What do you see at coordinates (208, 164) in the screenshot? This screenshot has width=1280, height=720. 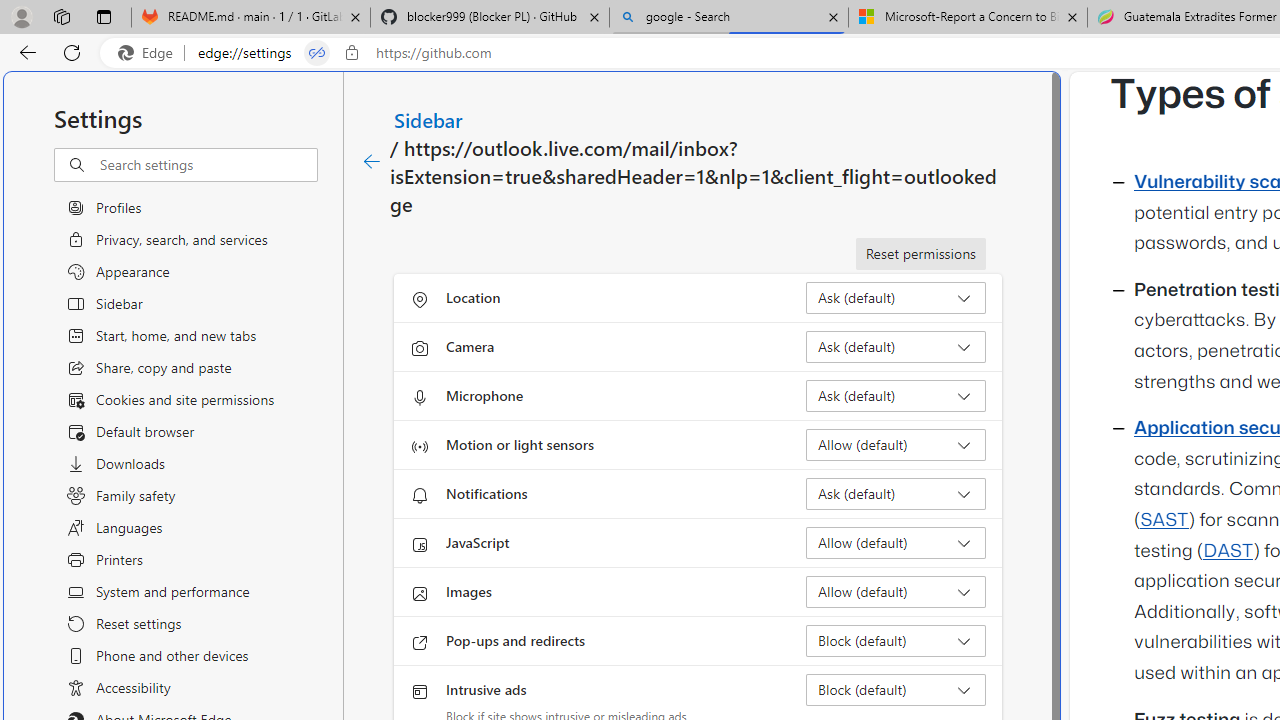 I see `'Search settings'` at bounding box center [208, 164].